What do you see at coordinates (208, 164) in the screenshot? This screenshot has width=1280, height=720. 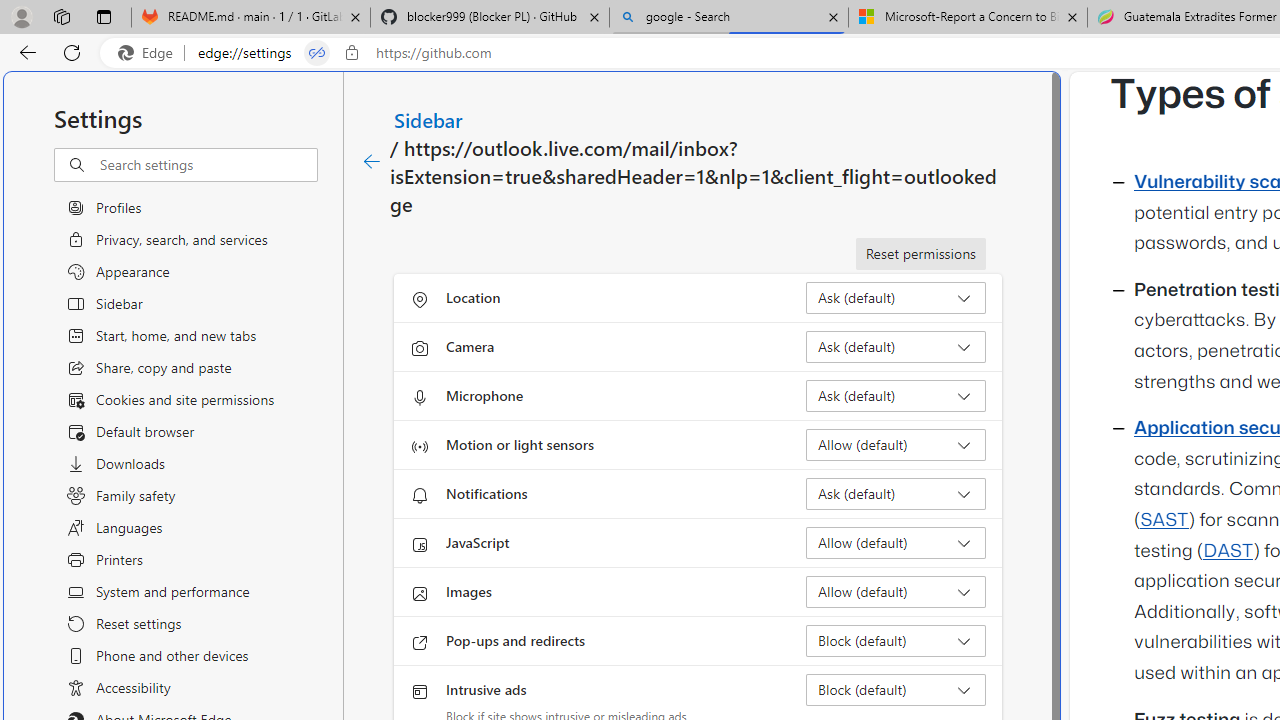 I see `'Search settings'` at bounding box center [208, 164].